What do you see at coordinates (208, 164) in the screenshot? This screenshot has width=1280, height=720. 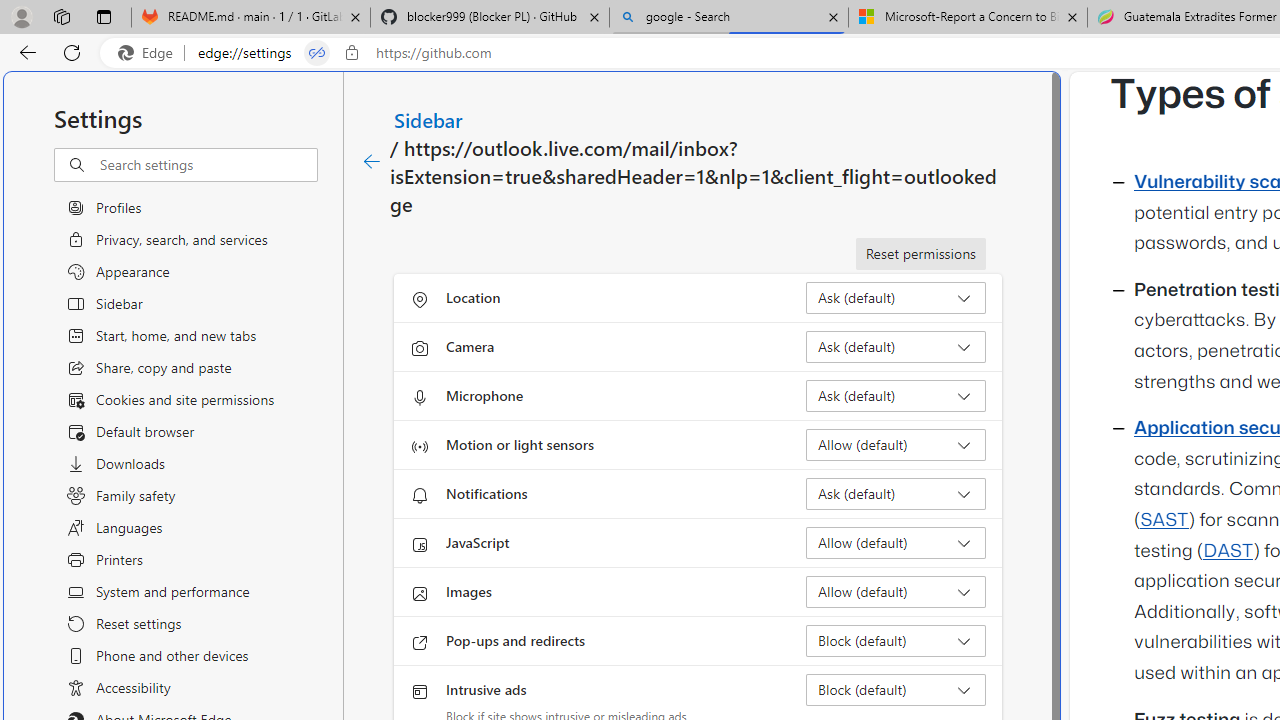 I see `'Search settings'` at bounding box center [208, 164].